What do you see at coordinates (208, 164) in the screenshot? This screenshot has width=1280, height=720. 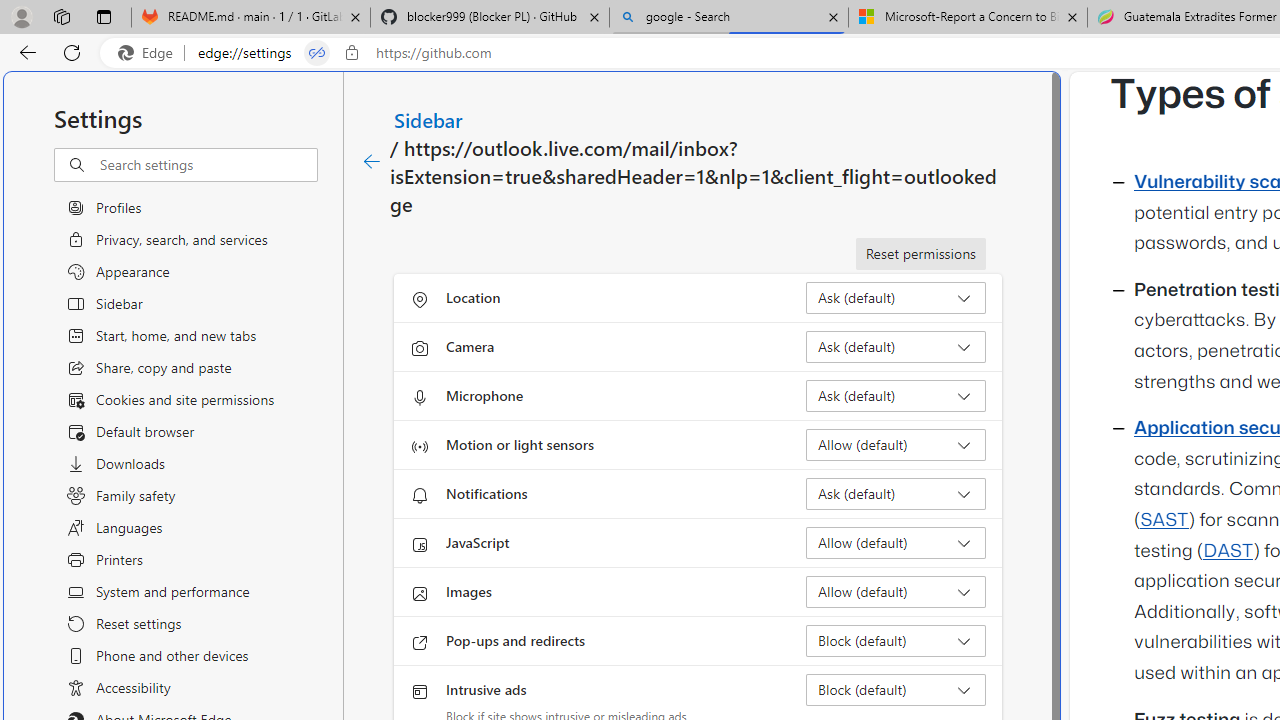 I see `'Search settings'` at bounding box center [208, 164].